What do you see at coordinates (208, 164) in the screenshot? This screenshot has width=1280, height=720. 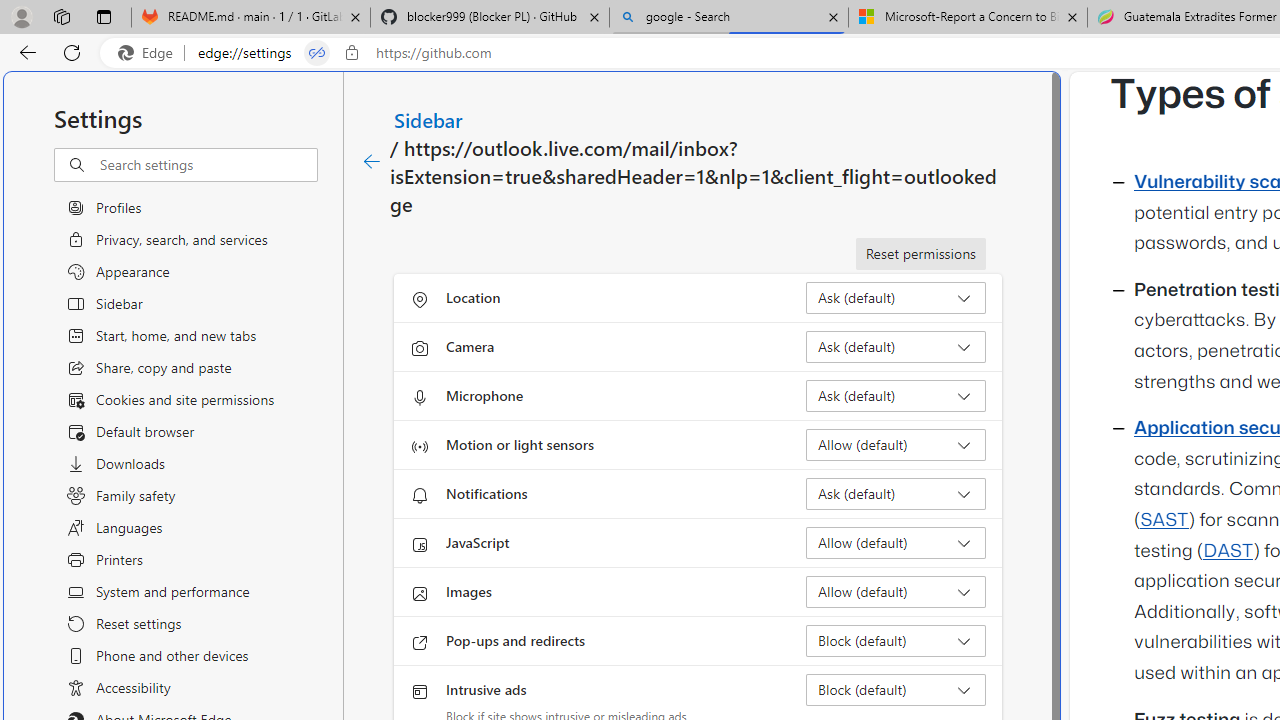 I see `'Search settings'` at bounding box center [208, 164].